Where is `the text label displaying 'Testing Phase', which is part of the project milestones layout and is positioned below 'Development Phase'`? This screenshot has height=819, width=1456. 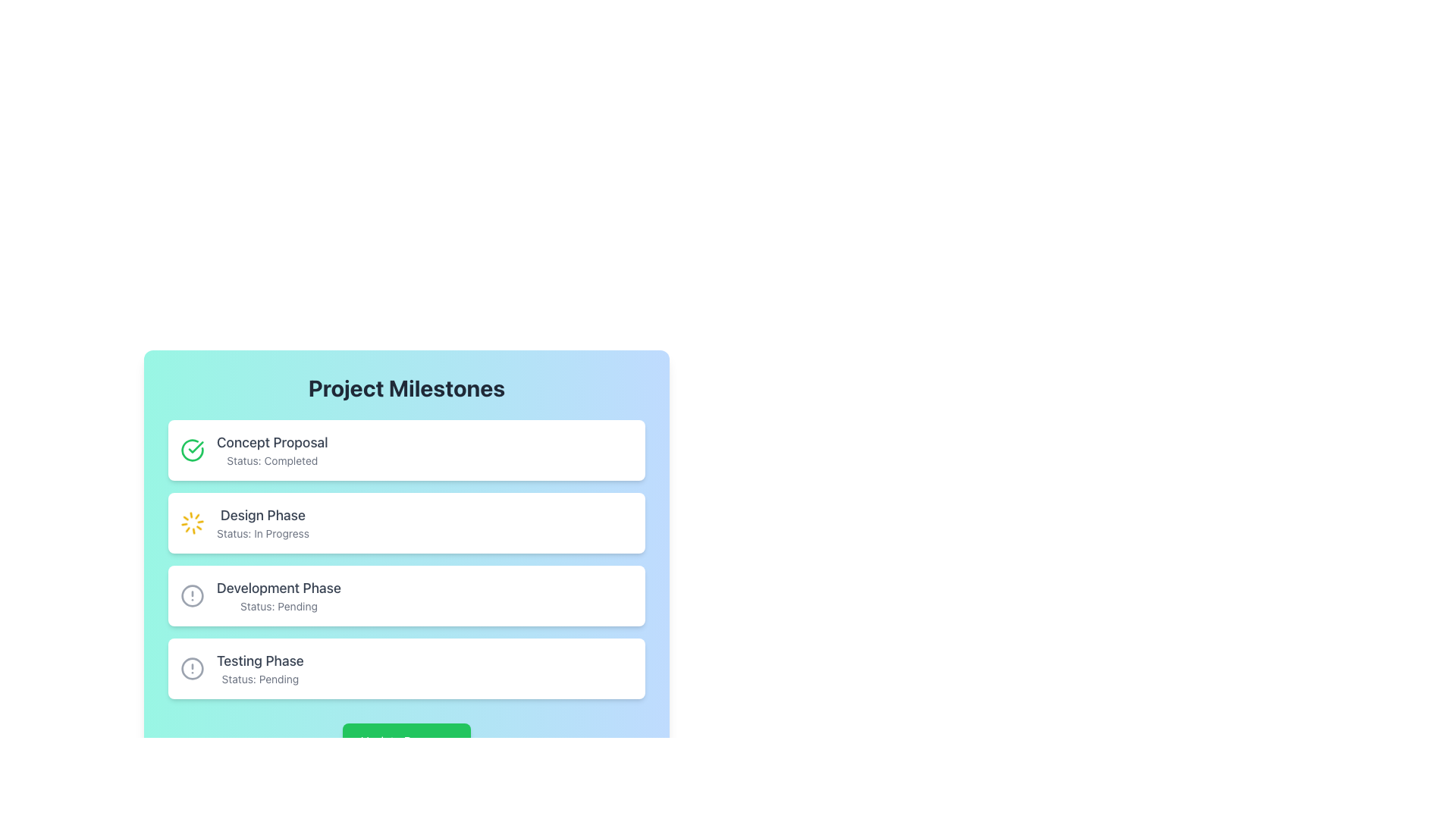
the text label displaying 'Testing Phase', which is part of the project milestones layout and is positioned below 'Development Phase' is located at coordinates (260, 660).